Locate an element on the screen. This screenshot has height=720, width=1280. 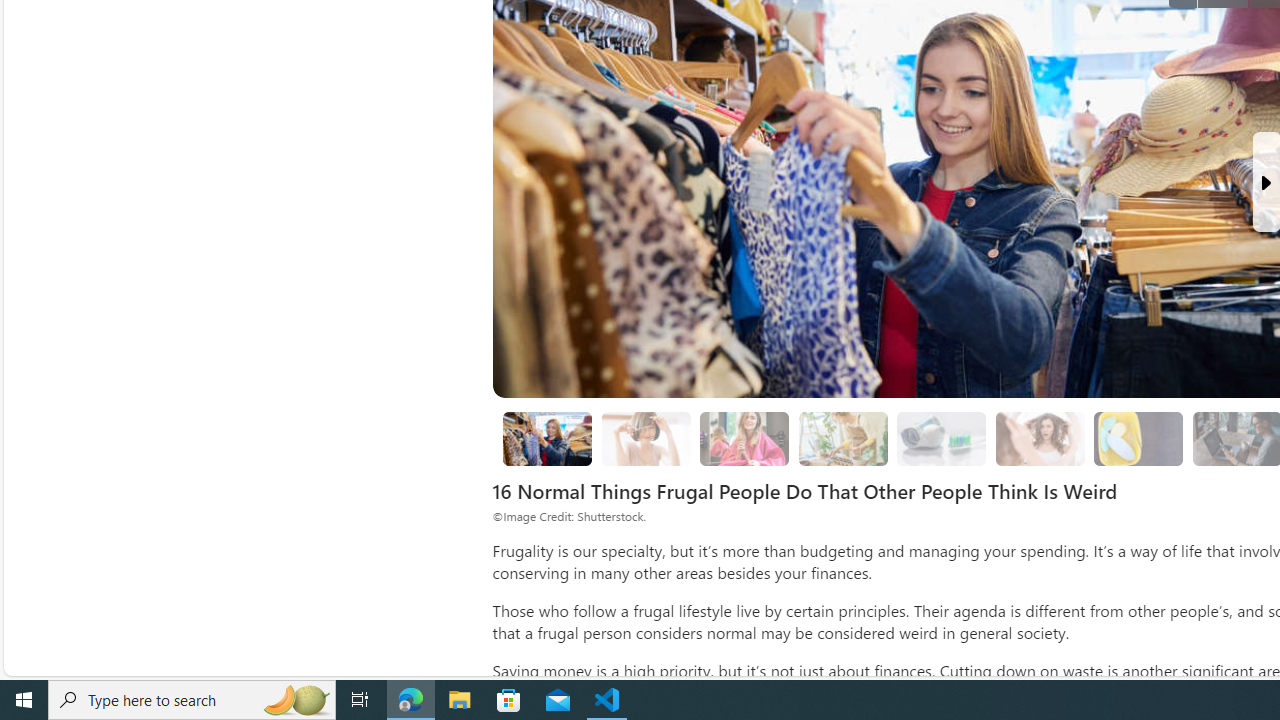
'1. Cutting Hair' is located at coordinates (646, 437).